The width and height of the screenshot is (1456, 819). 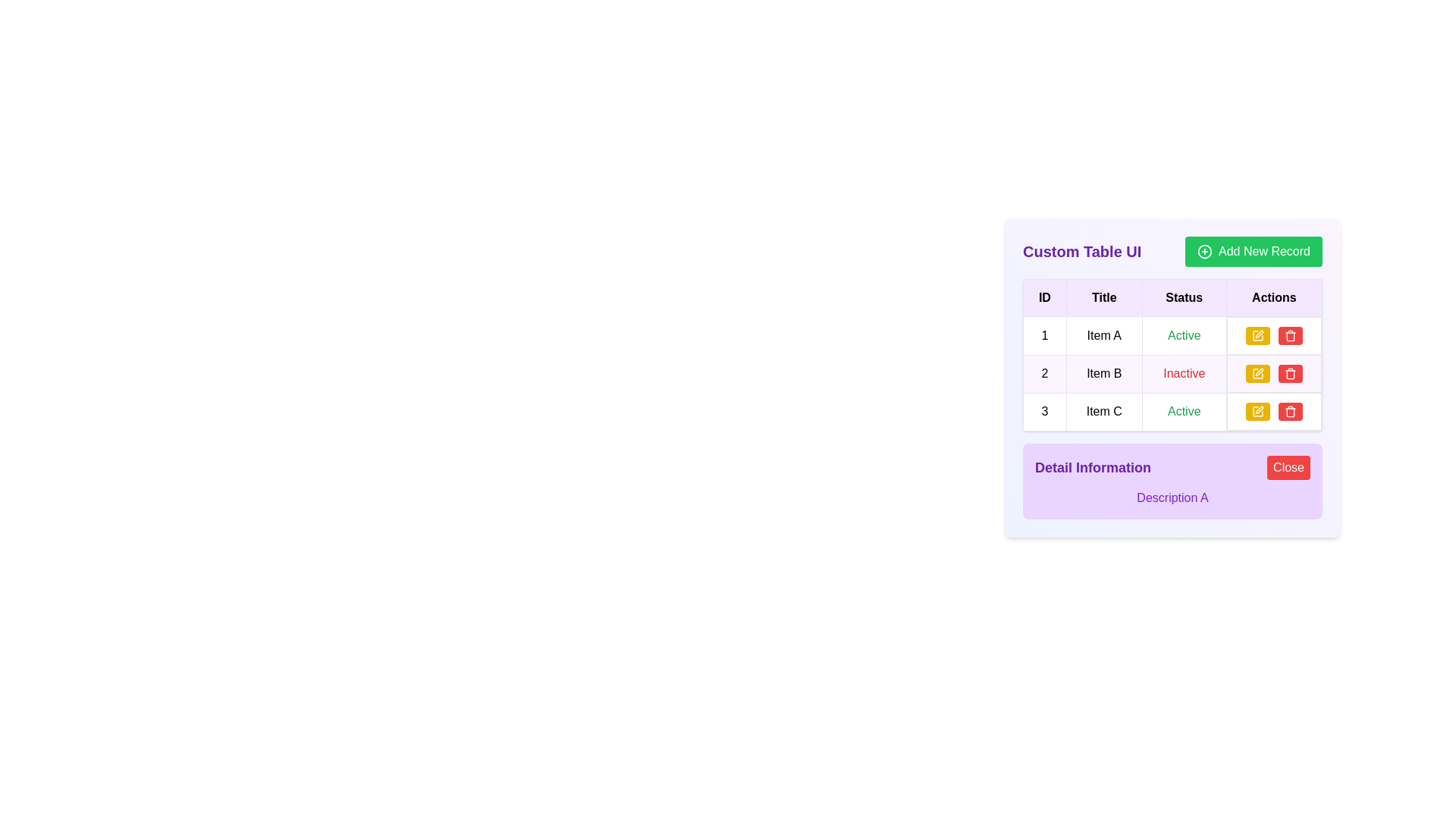 What do you see at coordinates (1183, 411) in the screenshot?
I see `the 'Active' status label in the third row of the status column in the data table, indicating that the record is currently active` at bounding box center [1183, 411].